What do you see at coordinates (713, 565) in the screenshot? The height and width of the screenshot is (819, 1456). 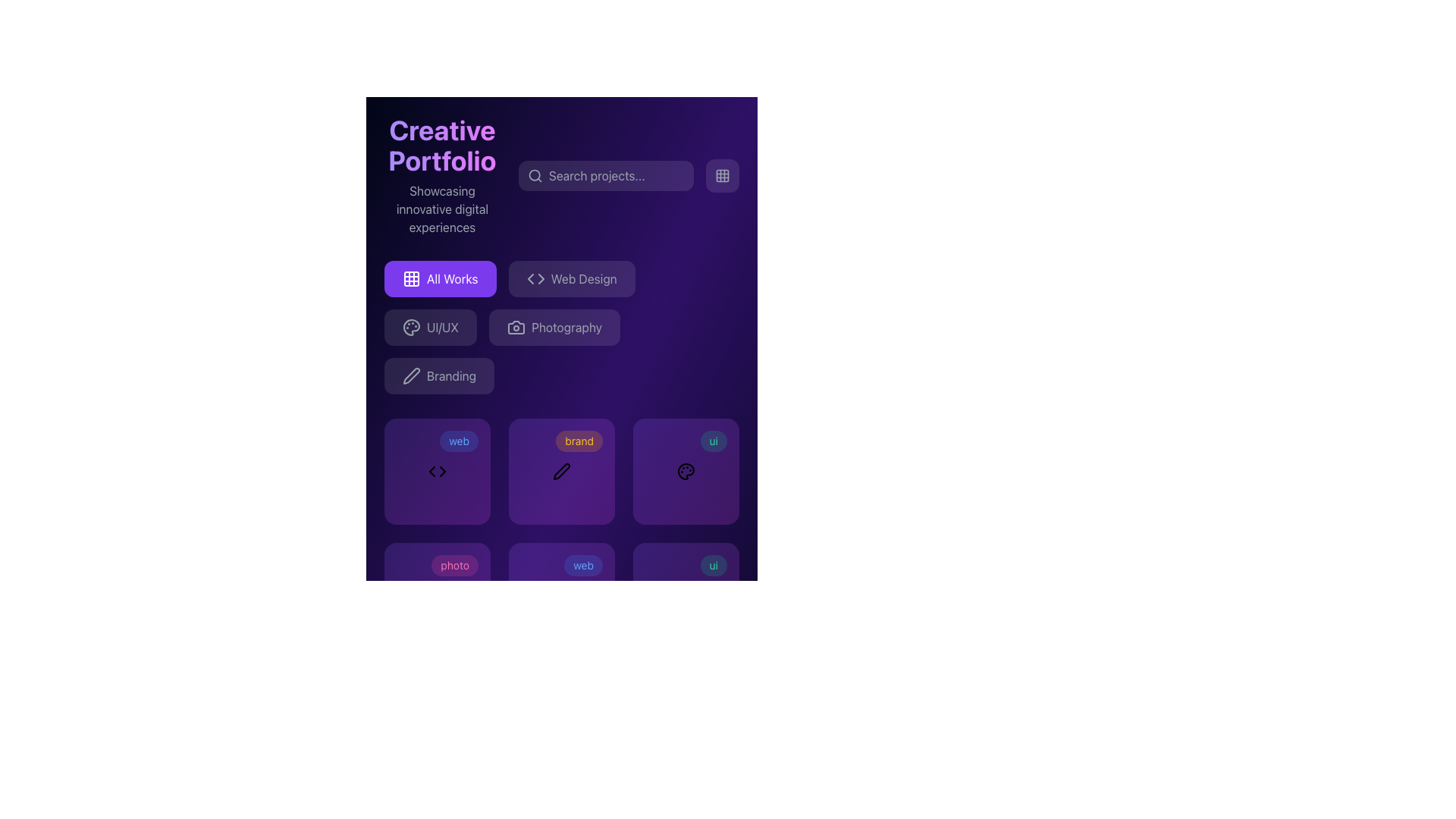 I see `the content of the small text badge displaying 'ui' in lowercase letters, styled in light green font on a rounded dark blue background, located at the top-right corner of the purple card in the grid layout` at bounding box center [713, 565].